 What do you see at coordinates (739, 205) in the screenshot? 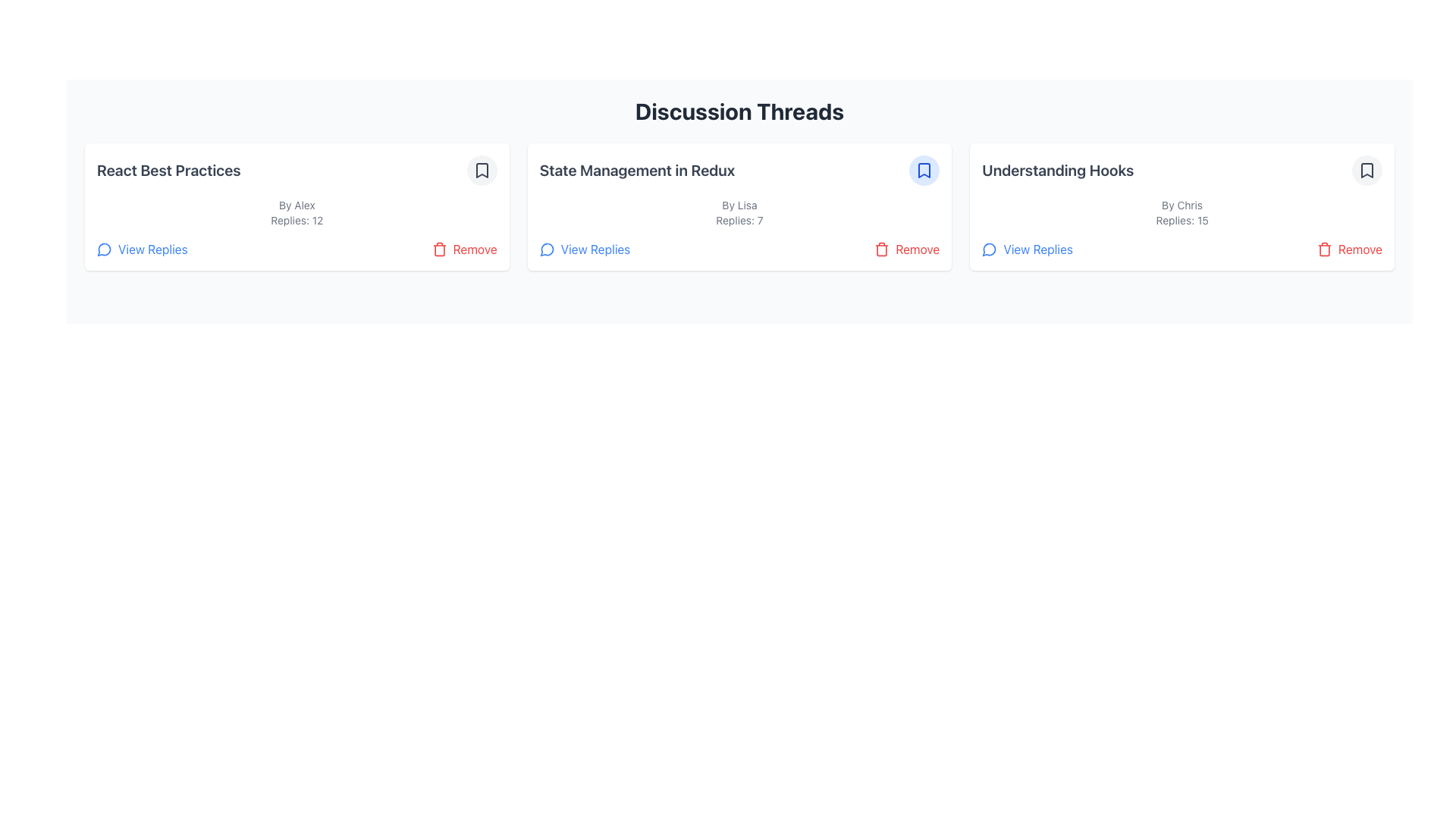
I see `the static text label displaying 'By Lisa', which is styled in a muted gray color and located below the heading 'State Management in Redux' in the 'Discussion Threads' section` at bounding box center [739, 205].